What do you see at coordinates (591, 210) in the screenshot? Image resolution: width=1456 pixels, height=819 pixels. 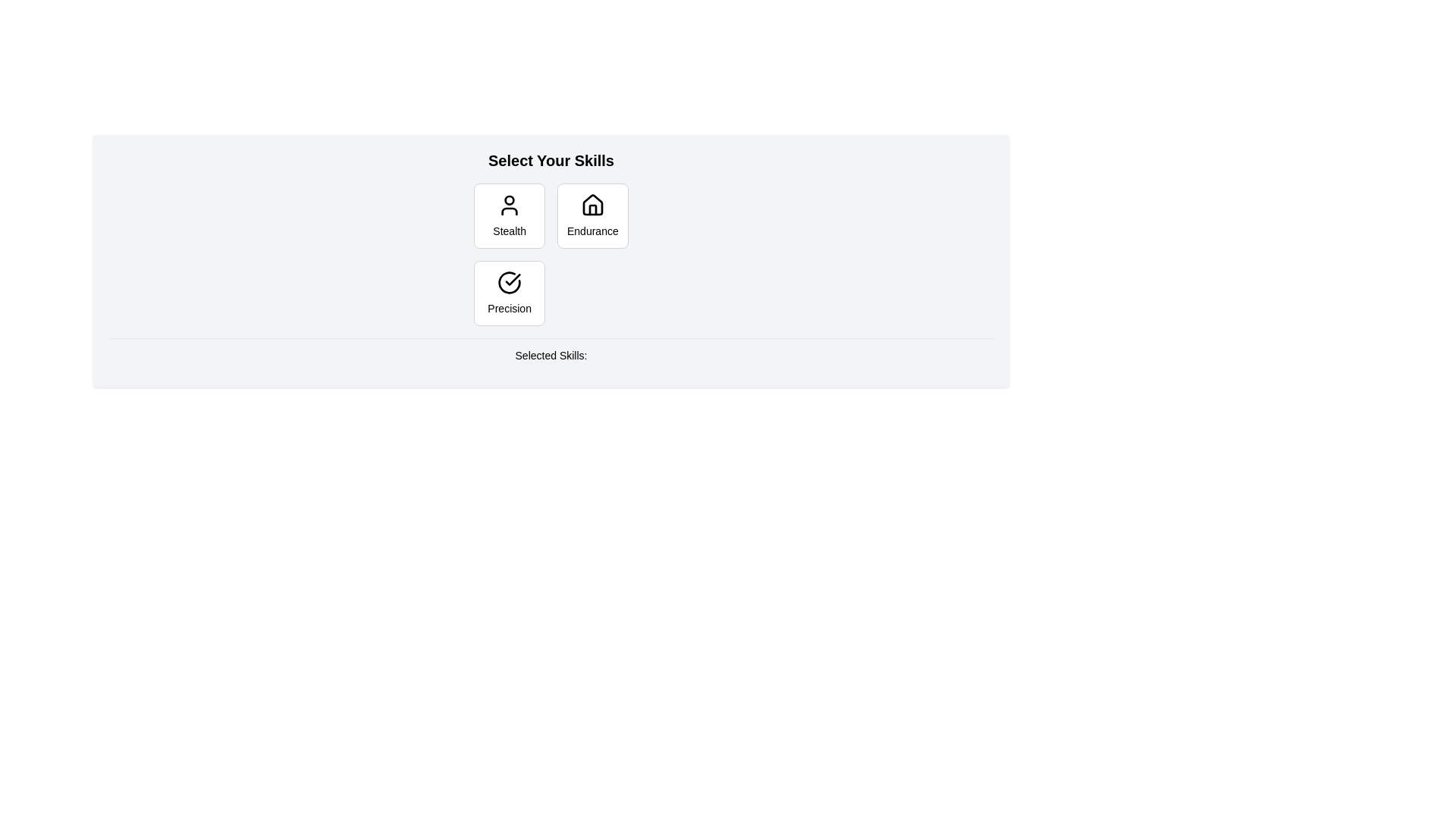 I see `the narrow rectangular vertical bar representing the 'Endurance' skill option in the SVG icon of the house, which is the second button in the skill options` at bounding box center [591, 210].